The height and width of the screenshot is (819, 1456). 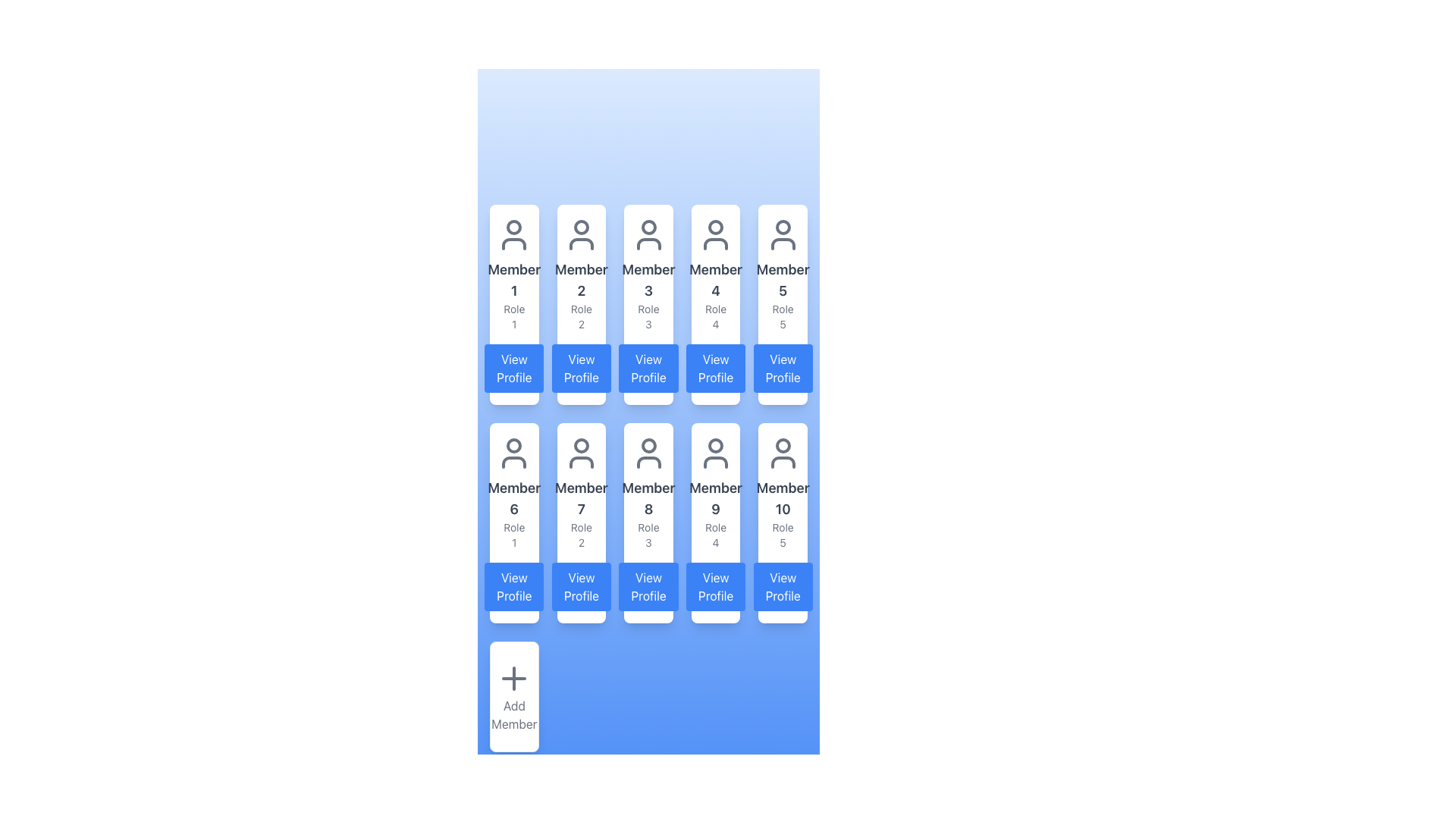 I want to click on the third card in the top row of a grid layout that displays a user icon, the text 'Member 3', and a button labeled 'View Profile', so click(x=648, y=304).